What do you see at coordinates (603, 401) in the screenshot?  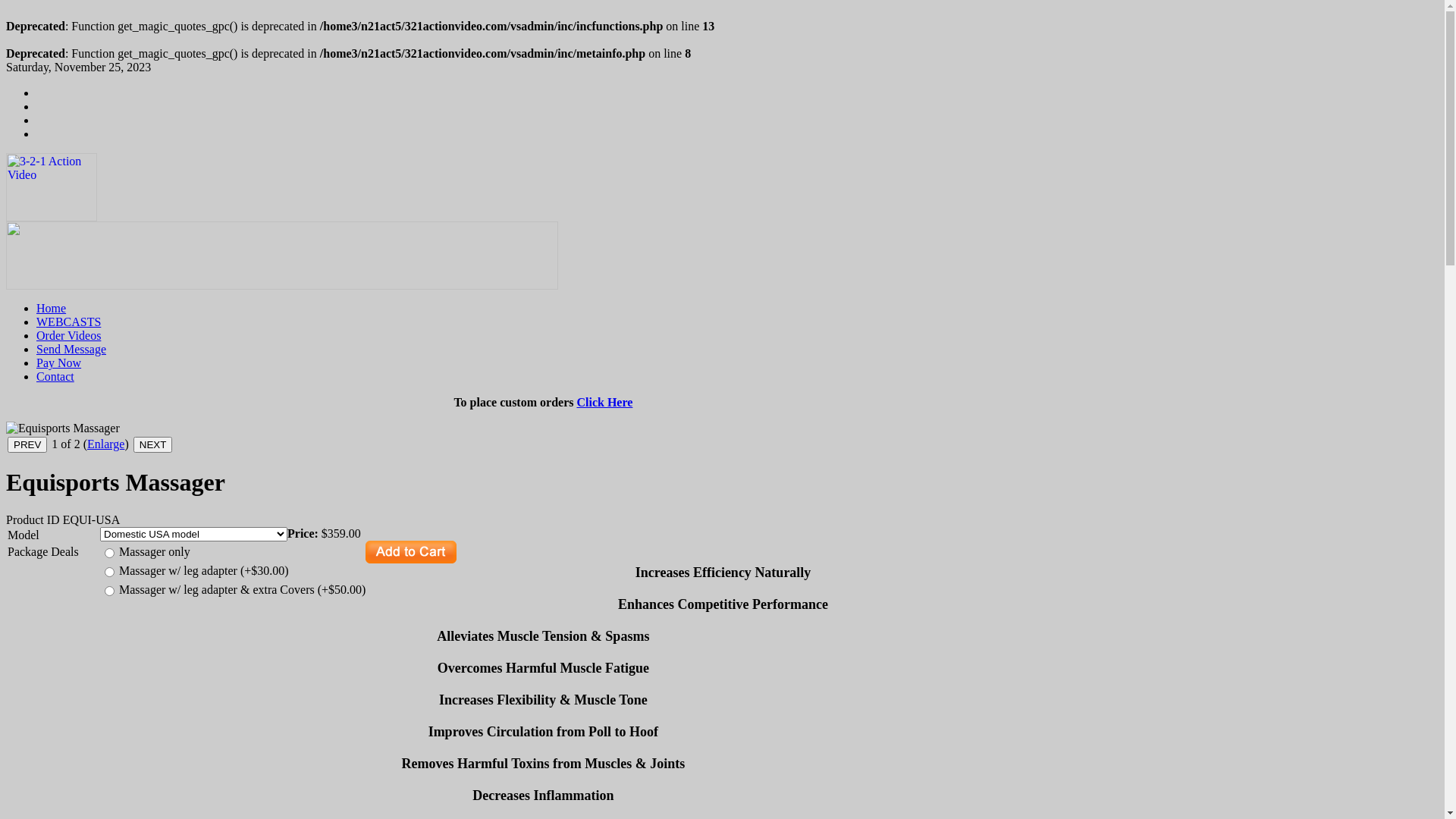 I see `'Click Here'` at bounding box center [603, 401].